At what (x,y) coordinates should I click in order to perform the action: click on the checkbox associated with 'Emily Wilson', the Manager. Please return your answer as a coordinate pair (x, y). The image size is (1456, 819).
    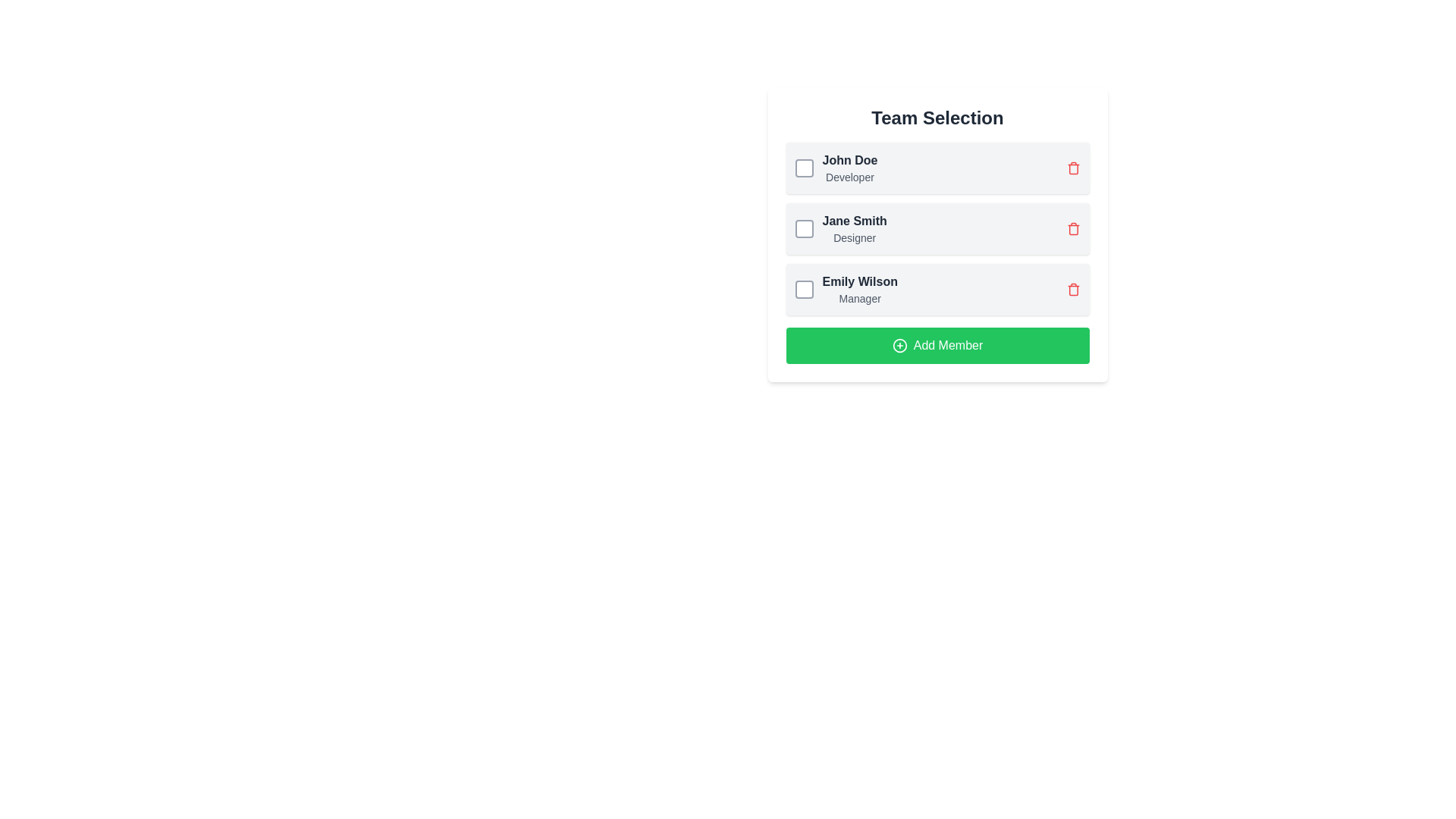
    Looking at the image, I should click on (803, 289).